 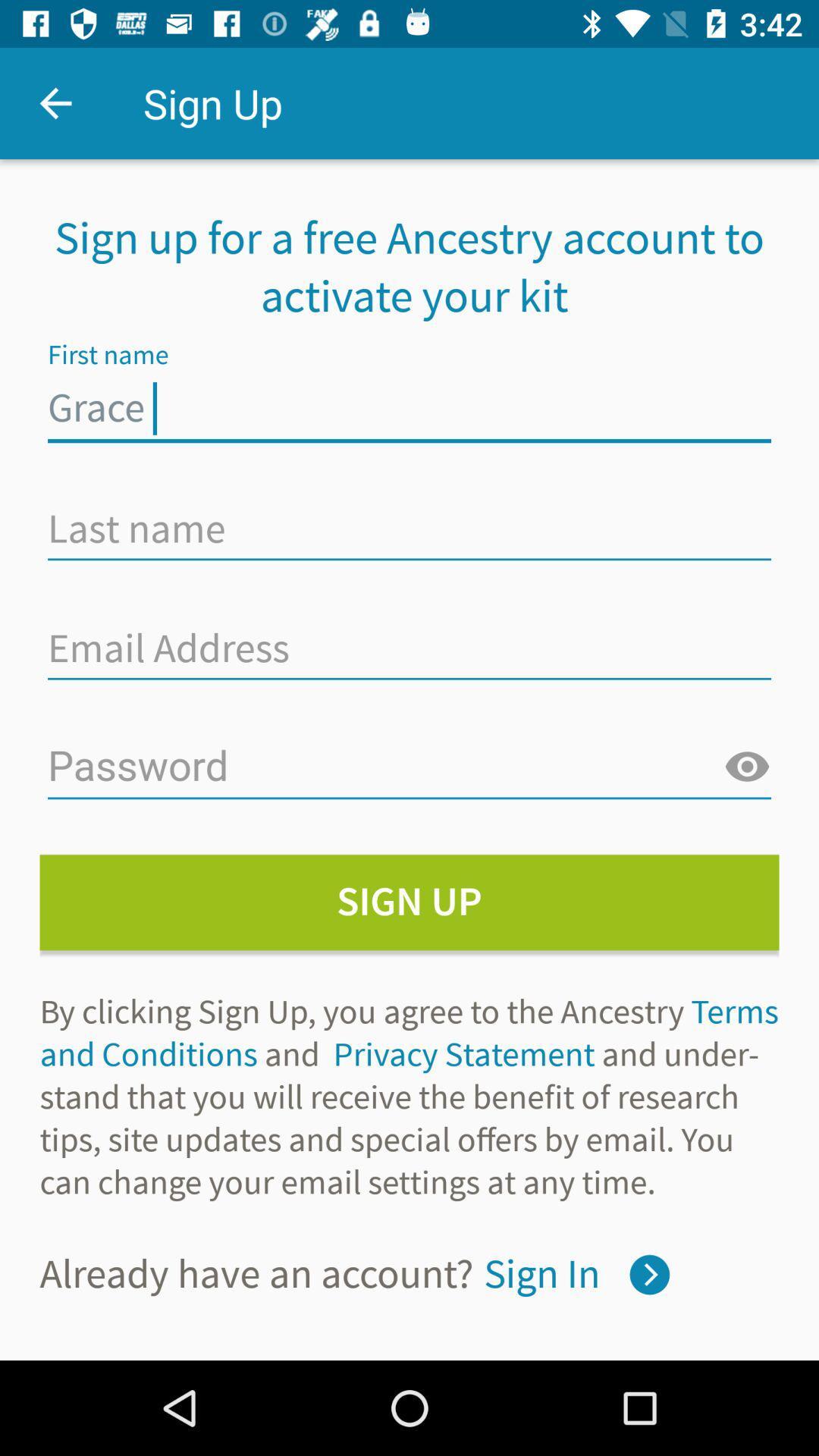 What do you see at coordinates (746, 767) in the screenshot?
I see `password` at bounding box center [746, 767].